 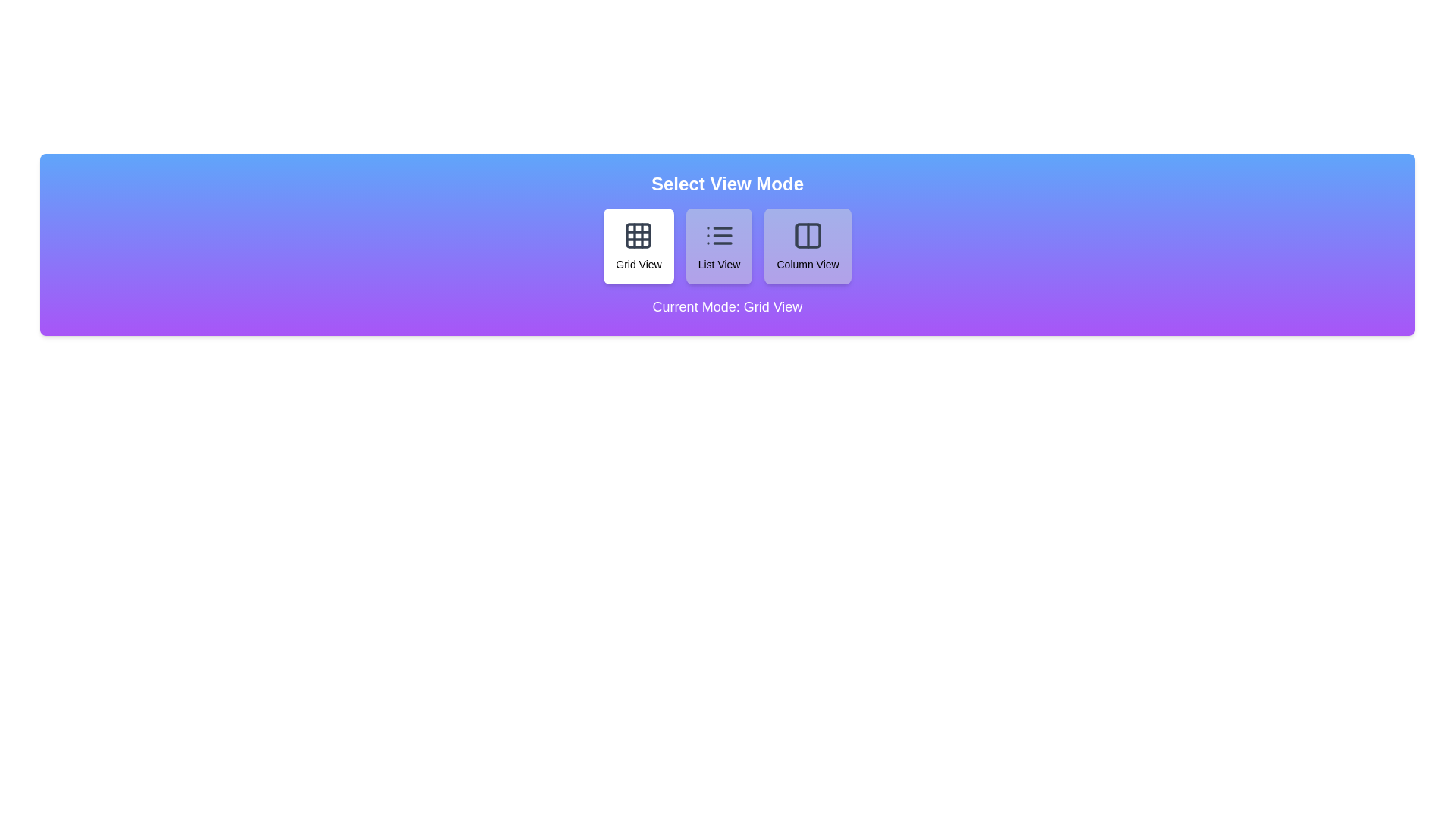 What do you see at coordinates (807, 245) in the screenshot?
I see `the button corresponding to Column View to trigger the hover animation` at bounding box center [807, 245].